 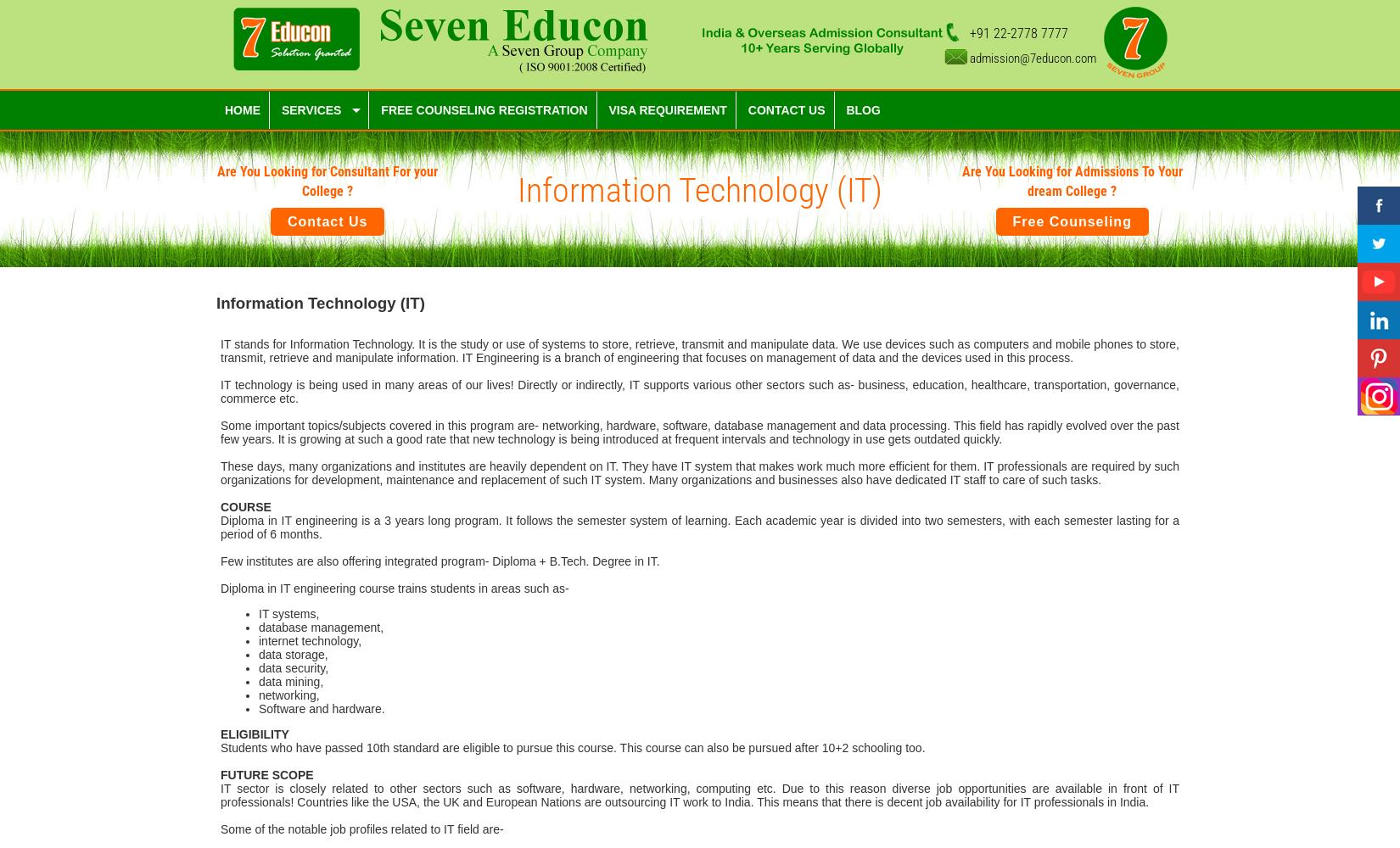 What do you see at coordinates (266, 774) in the screenshot?
I see `'FUTURE SCOPE'` at bounding box center [266, 774].